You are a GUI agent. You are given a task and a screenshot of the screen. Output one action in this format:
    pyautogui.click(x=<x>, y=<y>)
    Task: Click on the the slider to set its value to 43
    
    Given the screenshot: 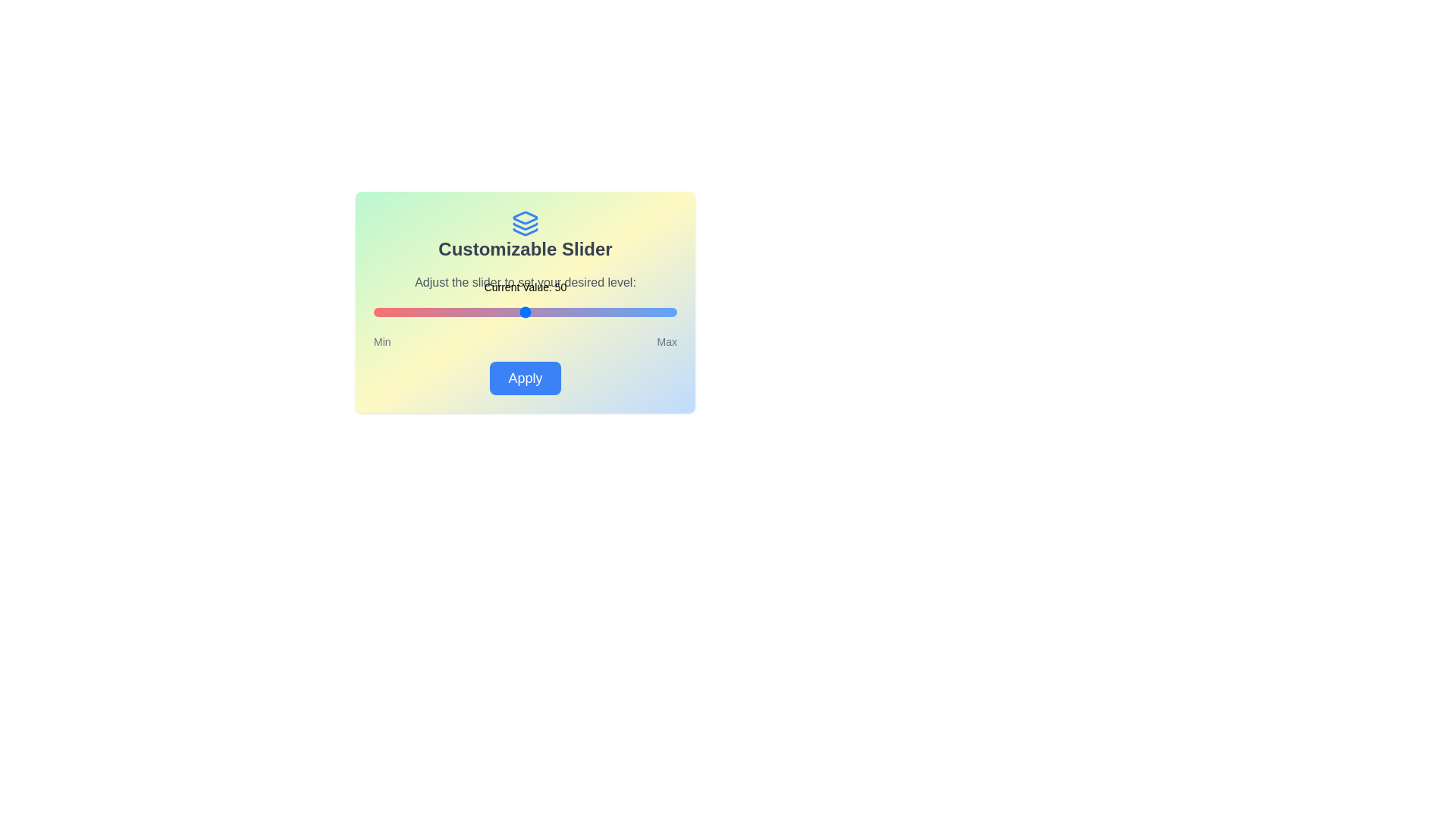 What is the action you would take?
    pyautogui.click(x=504, y=312)
    